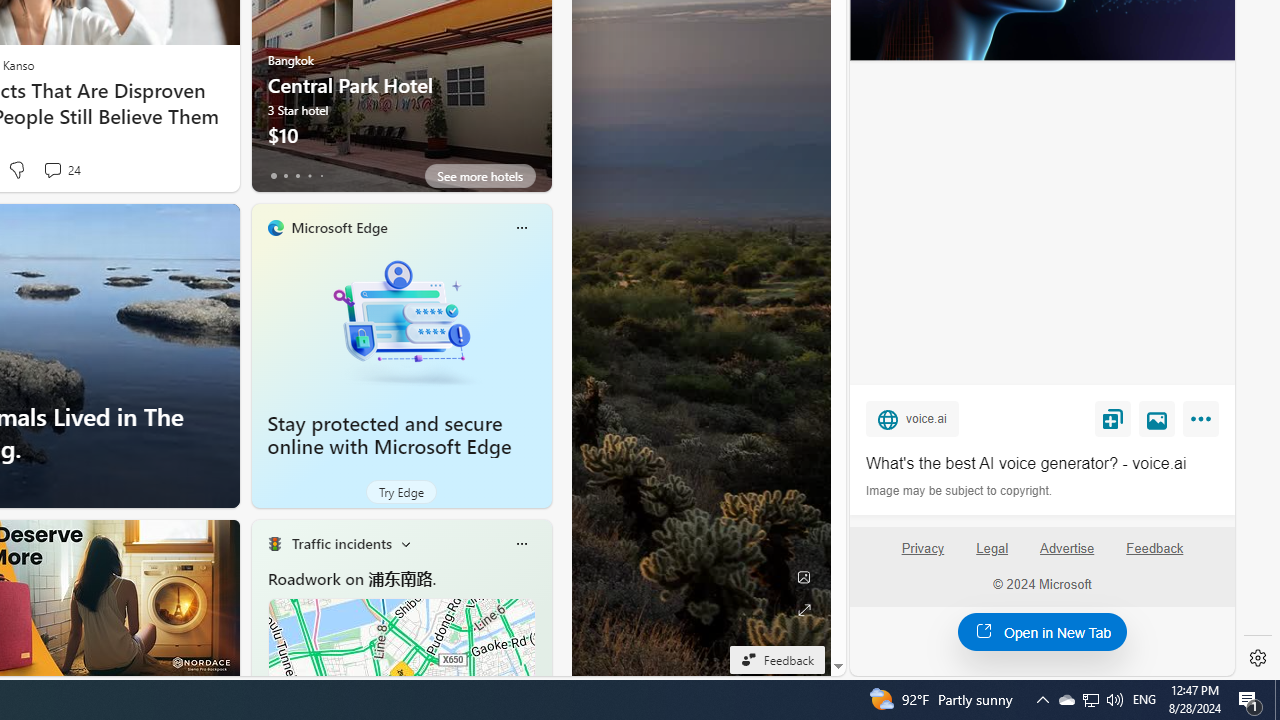 The height and width of the screenshot is (720, 1280). I want to click on 'Privacy', so click(921, 557).